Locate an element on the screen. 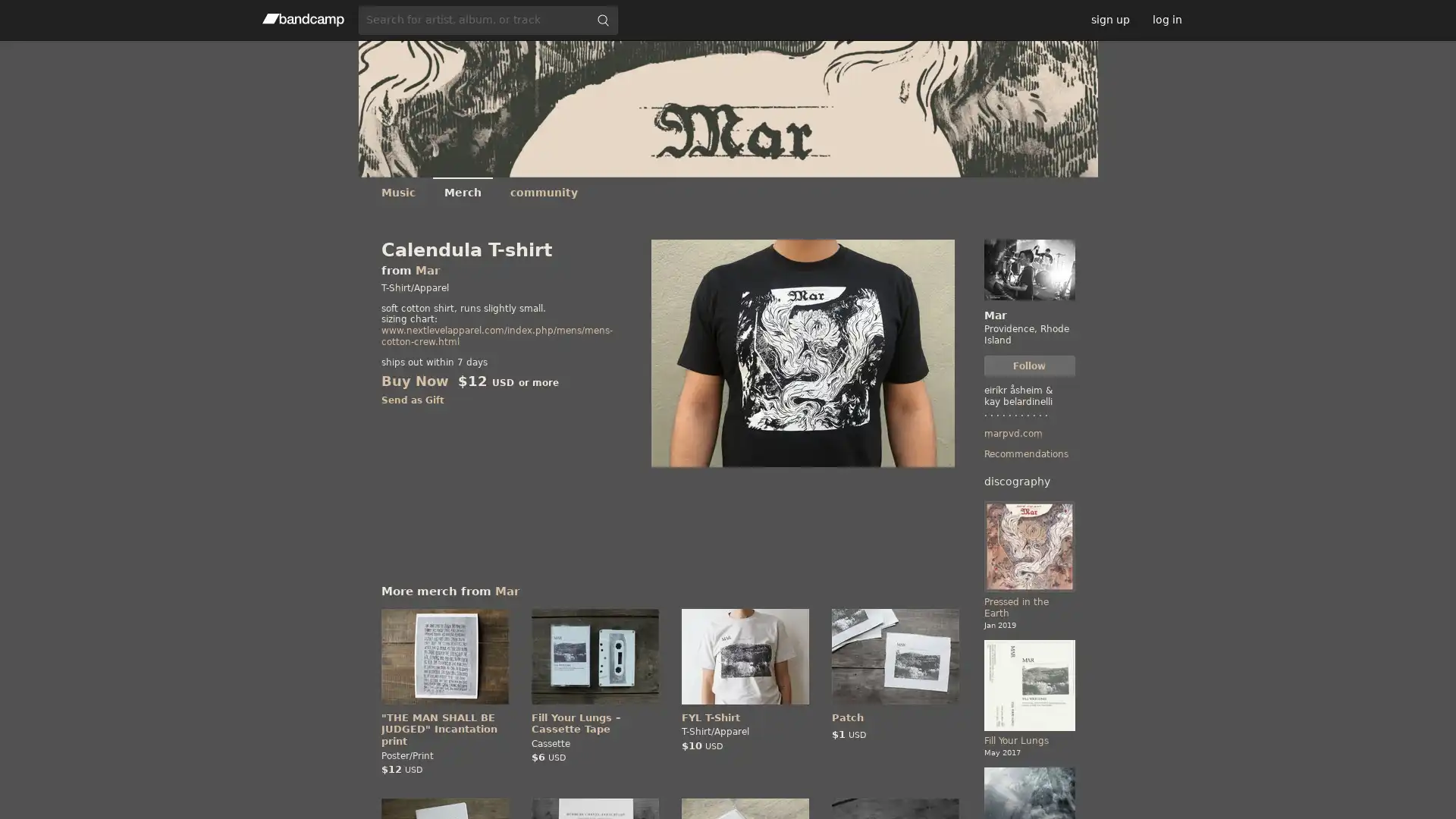 This screenshot has height=819, width=1456. Buy Now is located at coordinates (414, 380).